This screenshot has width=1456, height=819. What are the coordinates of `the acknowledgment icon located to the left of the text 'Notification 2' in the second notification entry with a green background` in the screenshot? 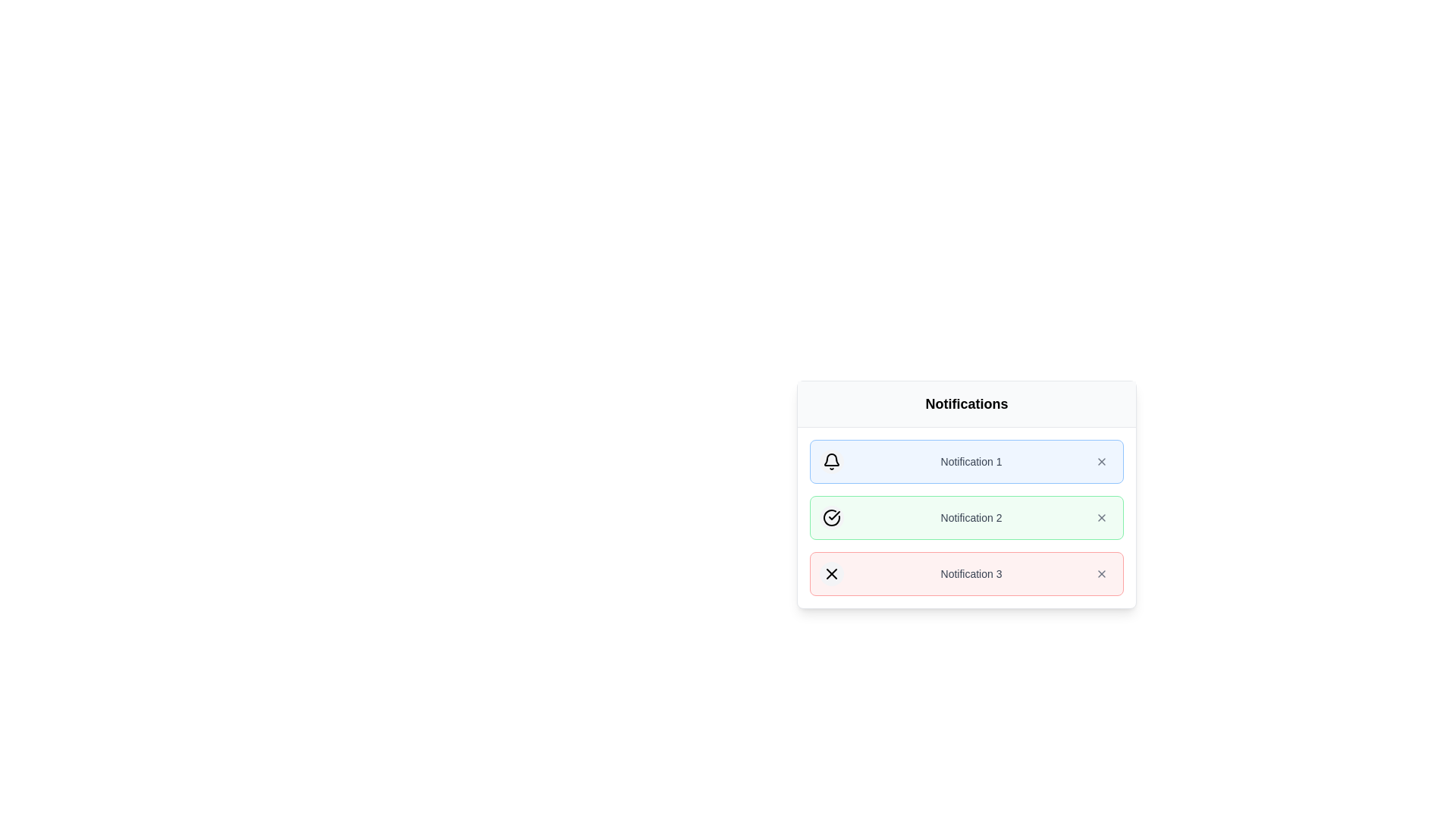 It's located at (833, 514).